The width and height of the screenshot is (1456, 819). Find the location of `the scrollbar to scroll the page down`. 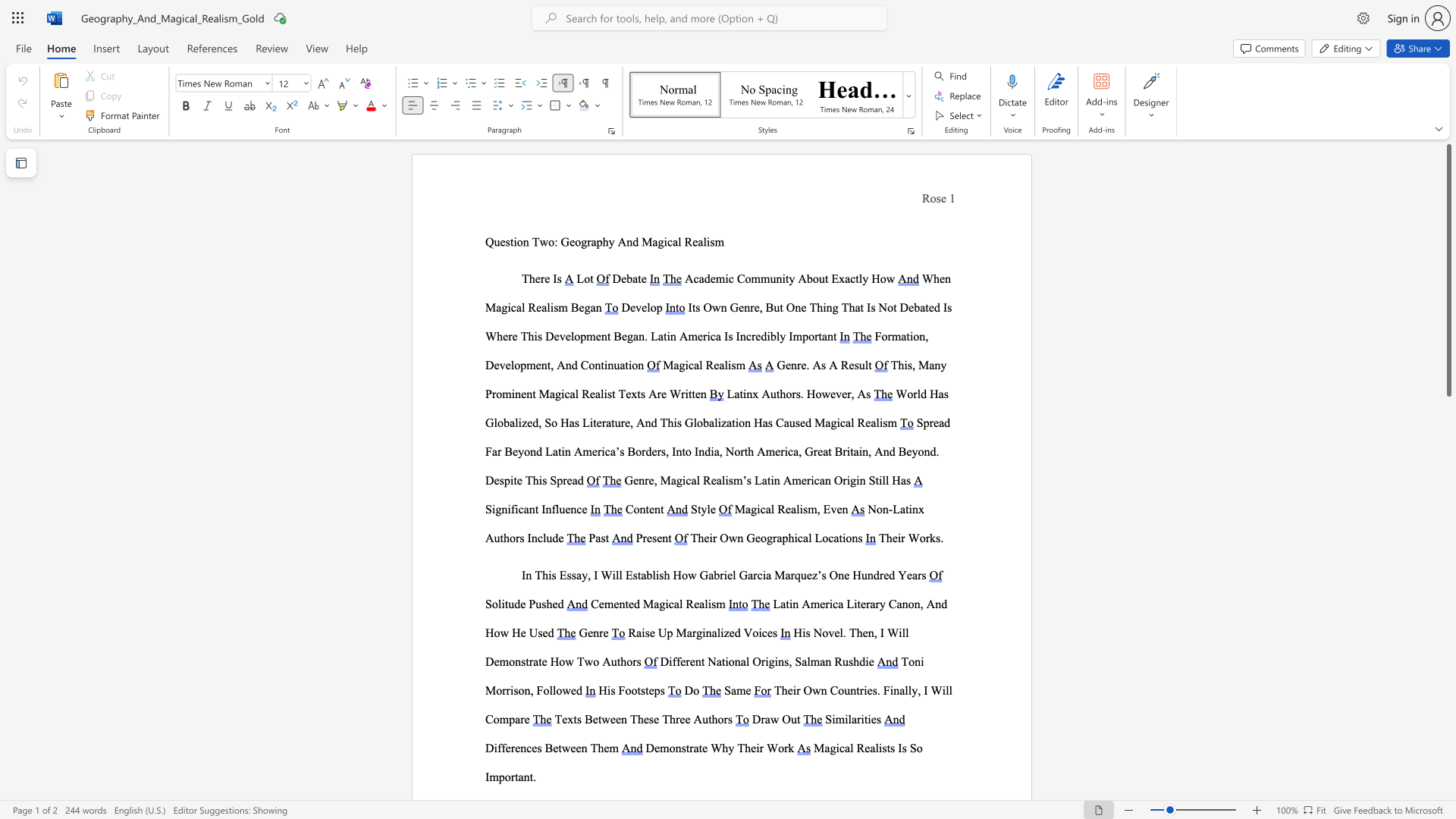

the scrollbar to scroll the page down is located at coordinates (1448, 766).